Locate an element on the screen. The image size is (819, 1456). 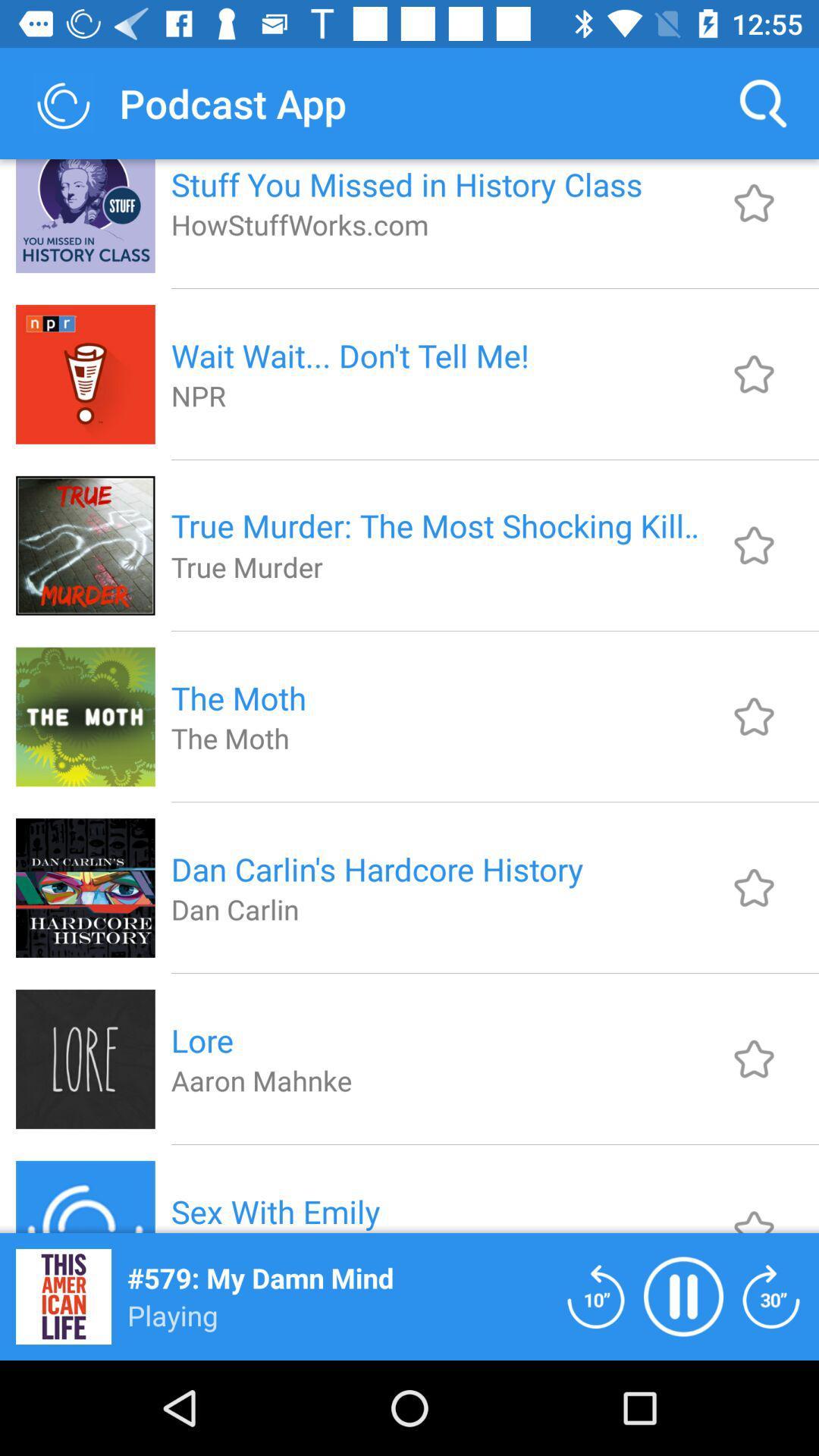
go back is located at coordinates (595, 1295).